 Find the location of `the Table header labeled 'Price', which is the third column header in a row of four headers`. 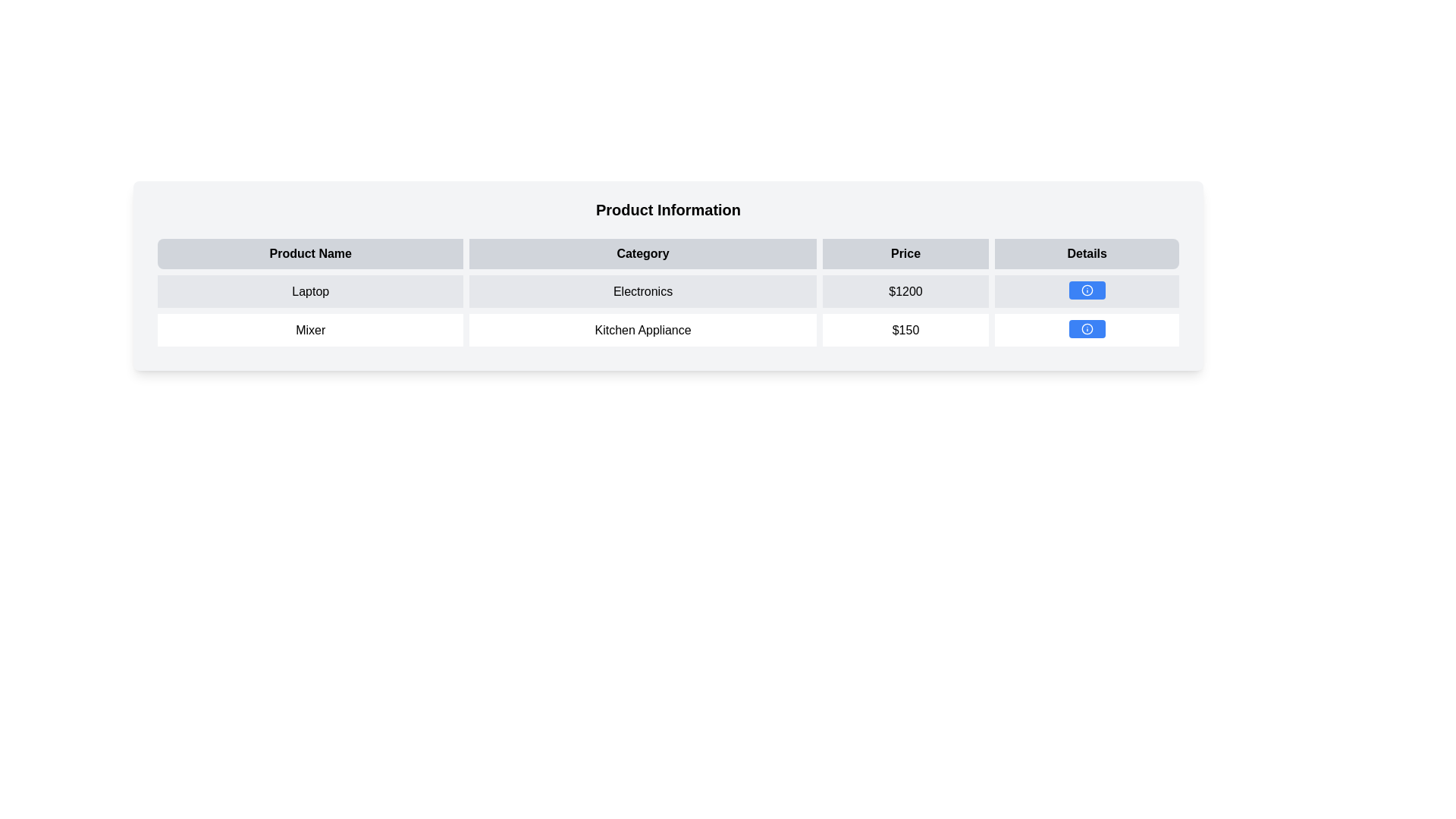

the Table header labeled 'Price', which is the third column header in a row of four headers is located at coordinates (905, 253).